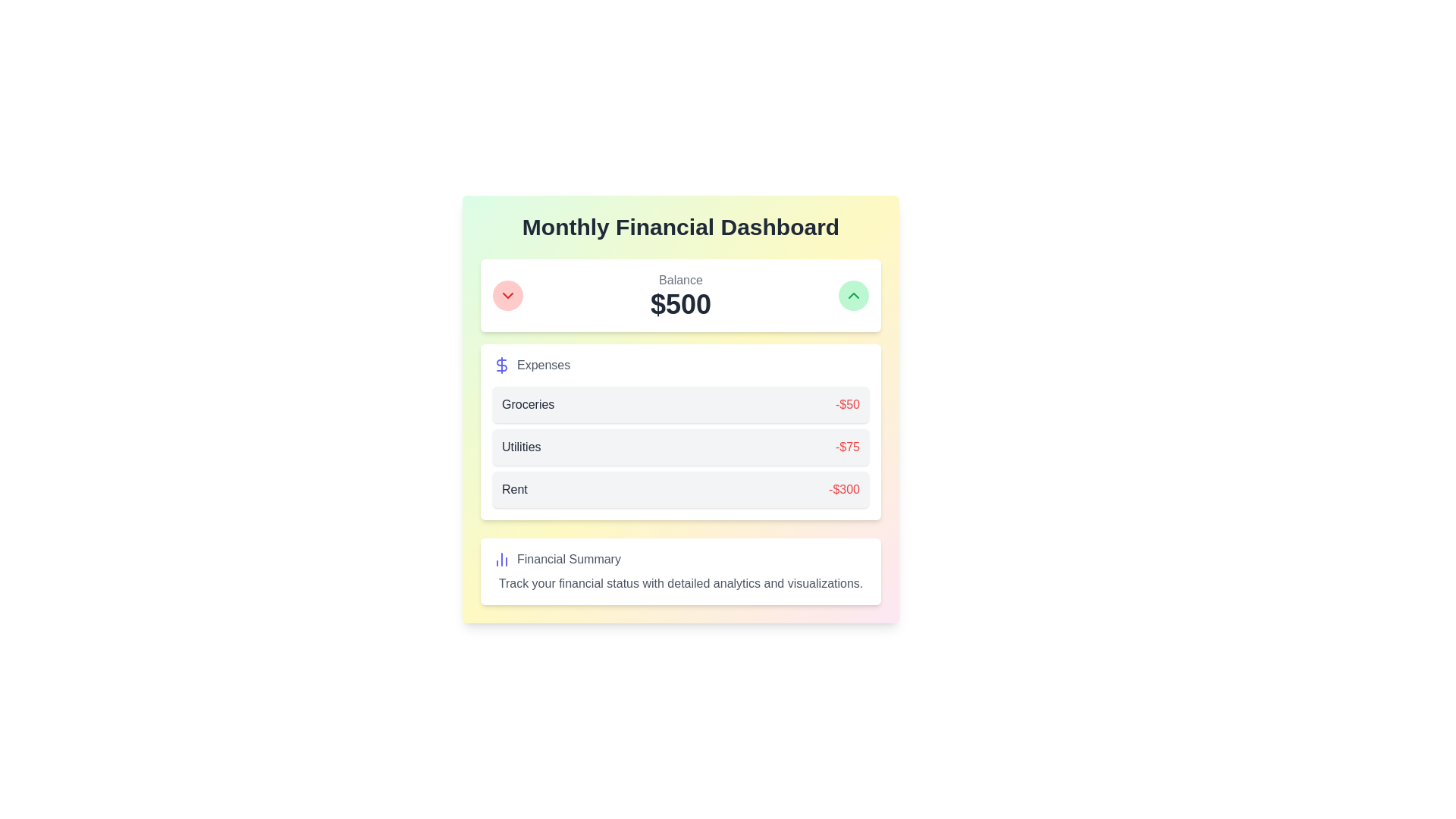 This screenshot has width=1456, height=819. I want to click on the red downward chevron icon that indicates an expandable or collapsible section related to the balance information, so click(508, 295).